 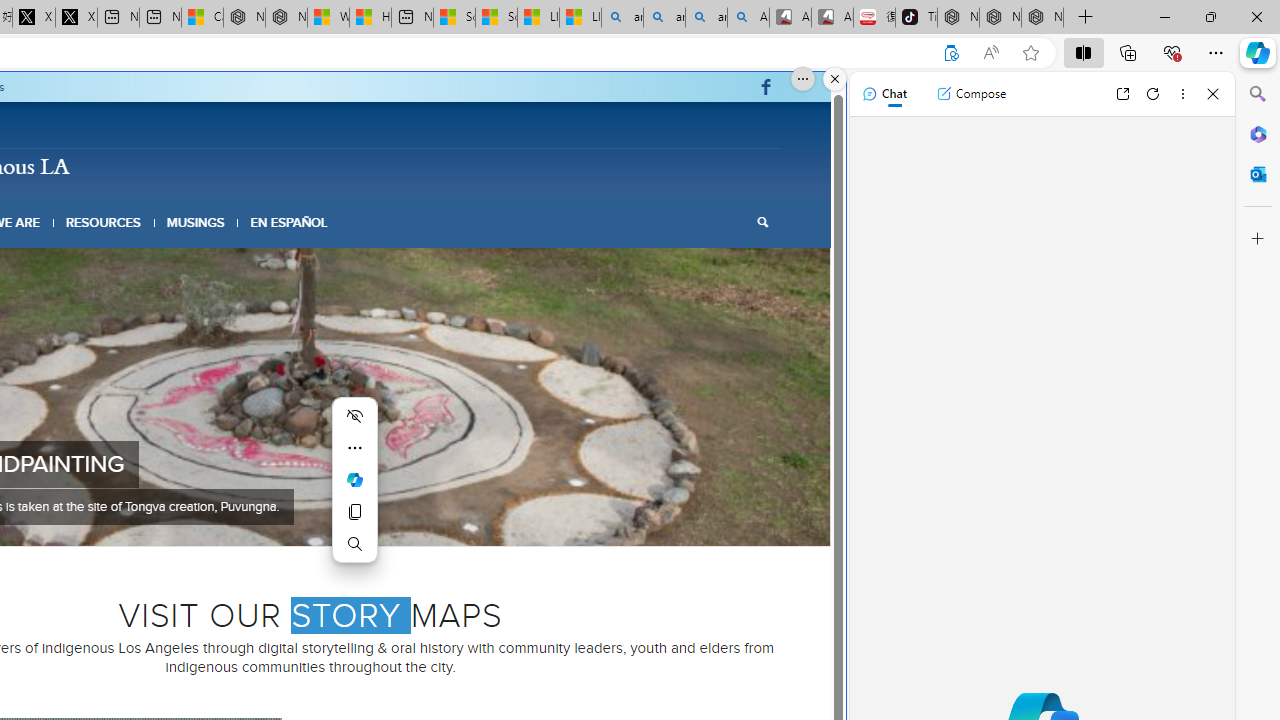 What do you see at coordinates (1164, 16) in the screenshot?
I see `'Minimize'` at bounding box center [1164, 16].